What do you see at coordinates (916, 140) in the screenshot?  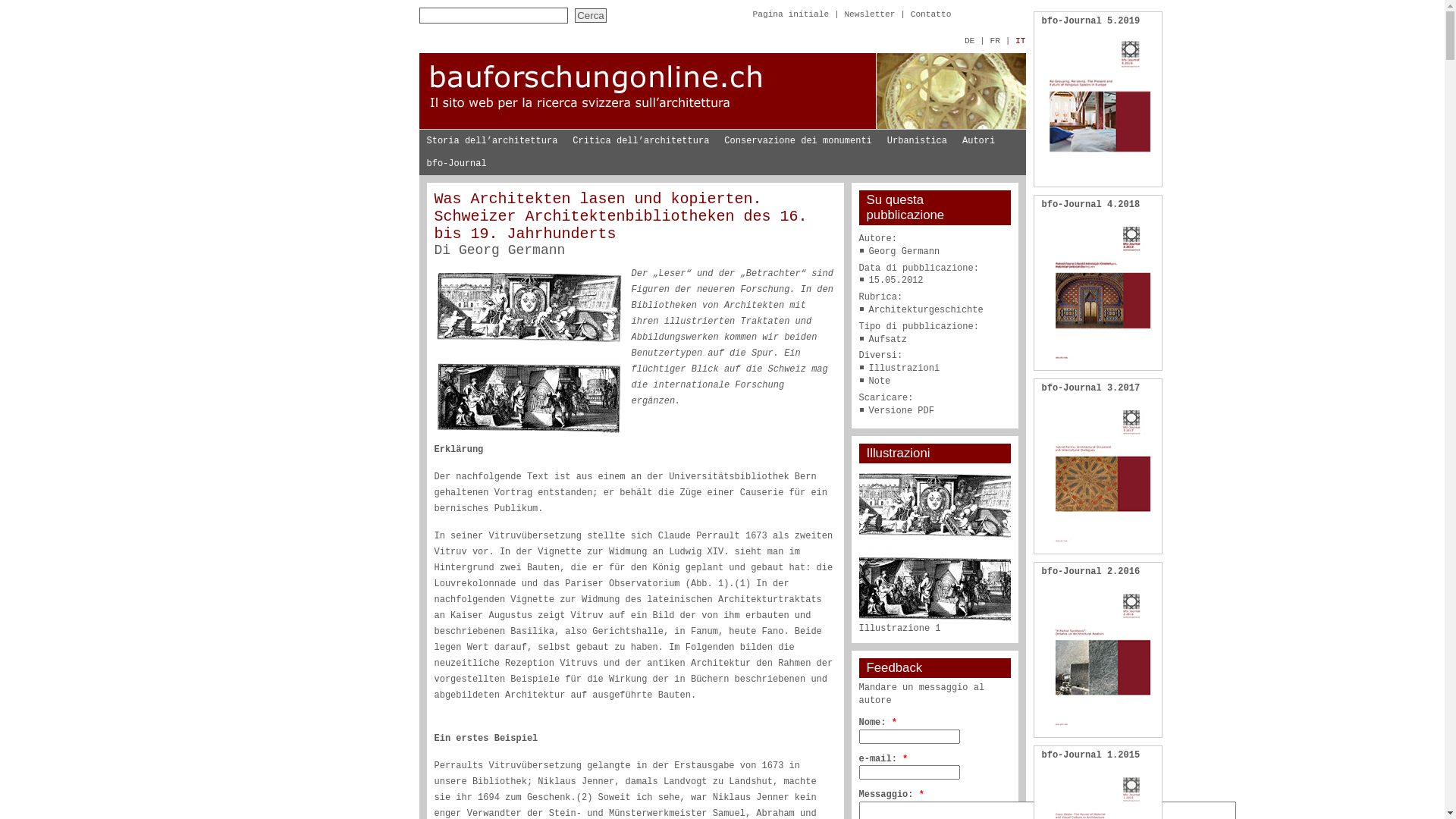 I see `'Urbanistica'` at bounding box center [916, 140].